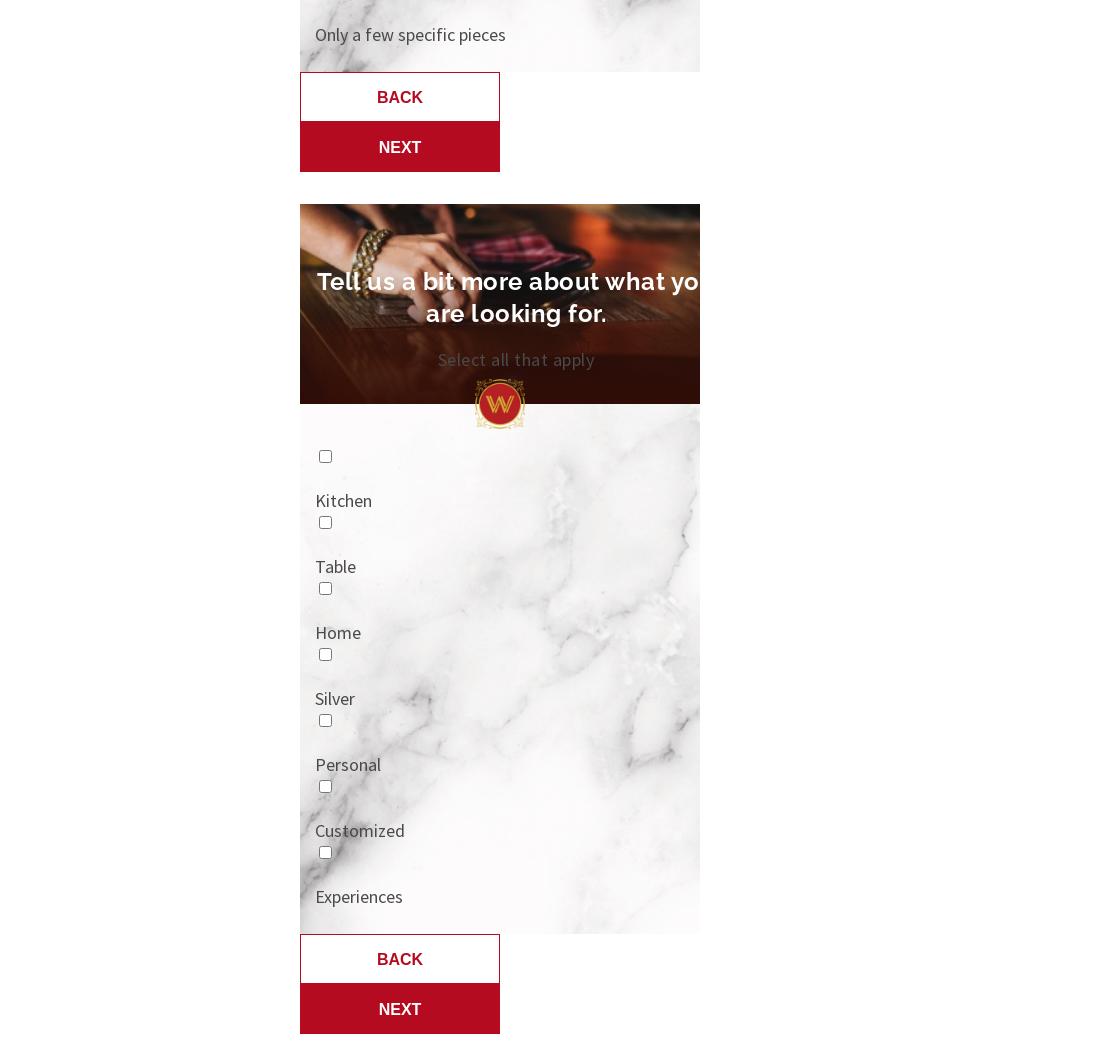 The width and height of the screenshot is (1113, 1051). Describe the element at coordinates (343, 499) in the screenshot. I see `'Kitchen'` at that location.